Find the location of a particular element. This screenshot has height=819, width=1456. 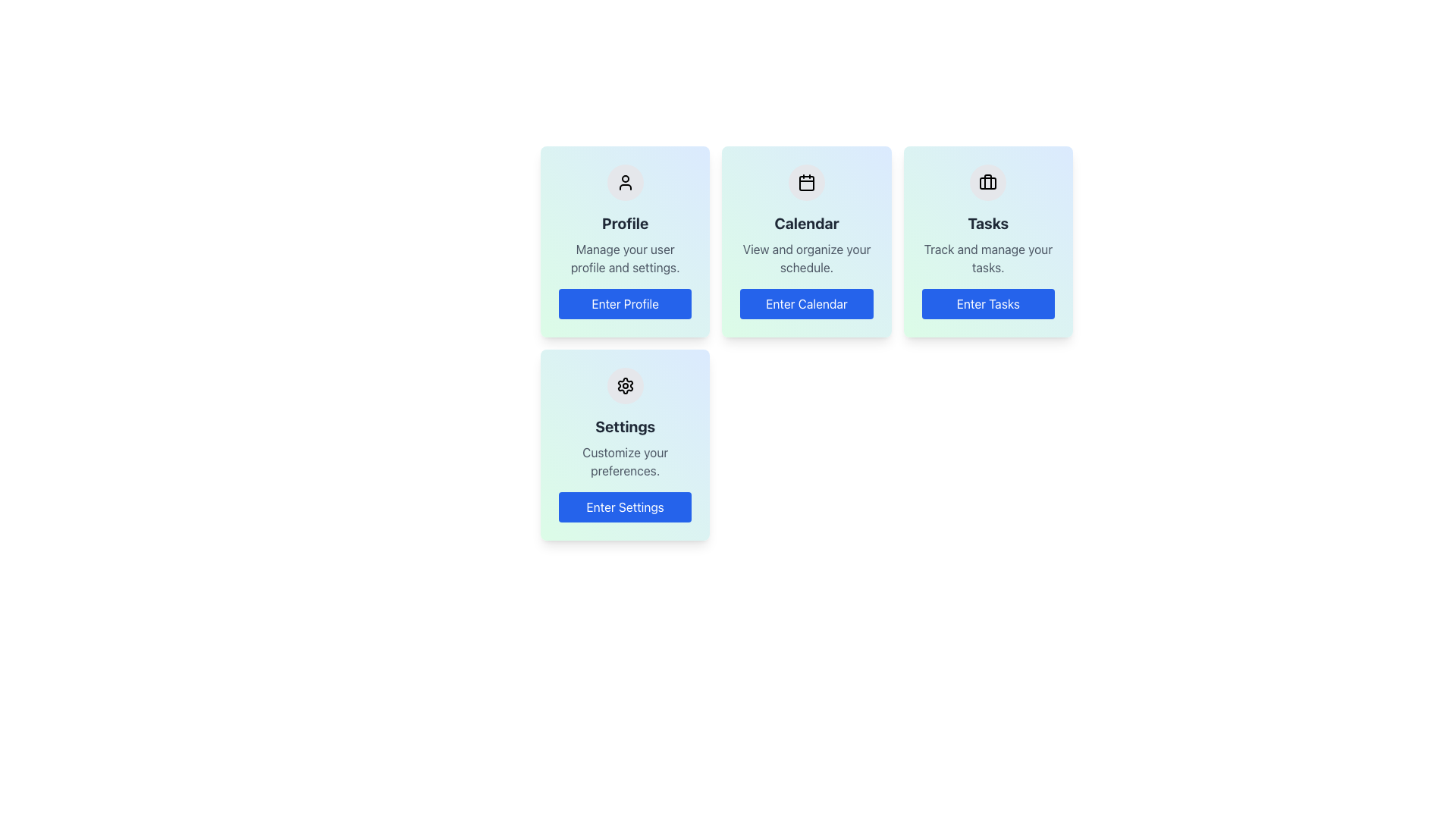

the decorative 'Tasks' icon located centrally in the upper section of the third card in a horizontal row of four cards is located at coordinates (988, 181).